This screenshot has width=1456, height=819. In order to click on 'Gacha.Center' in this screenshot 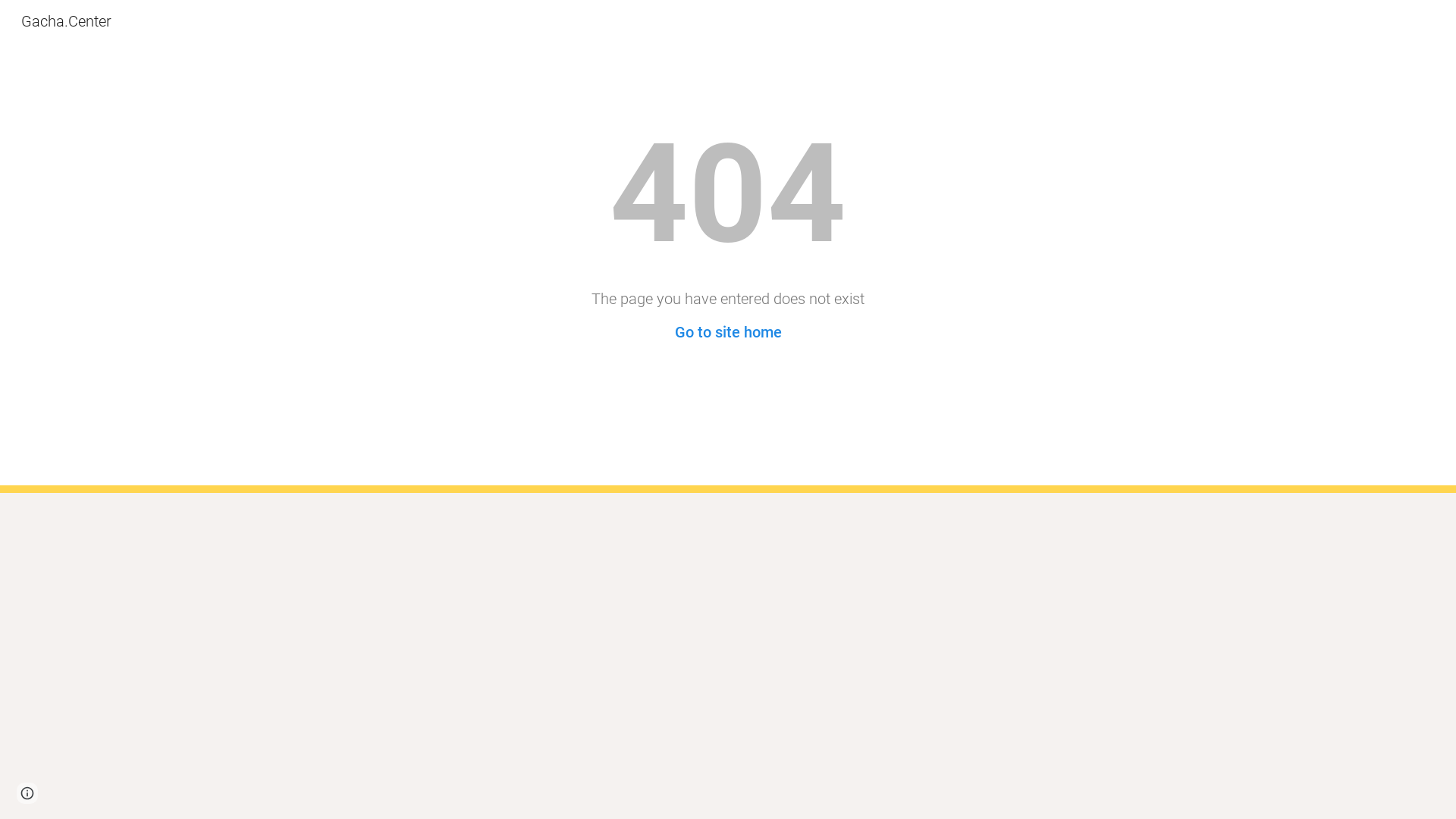, I will do `click(65, 20)`.